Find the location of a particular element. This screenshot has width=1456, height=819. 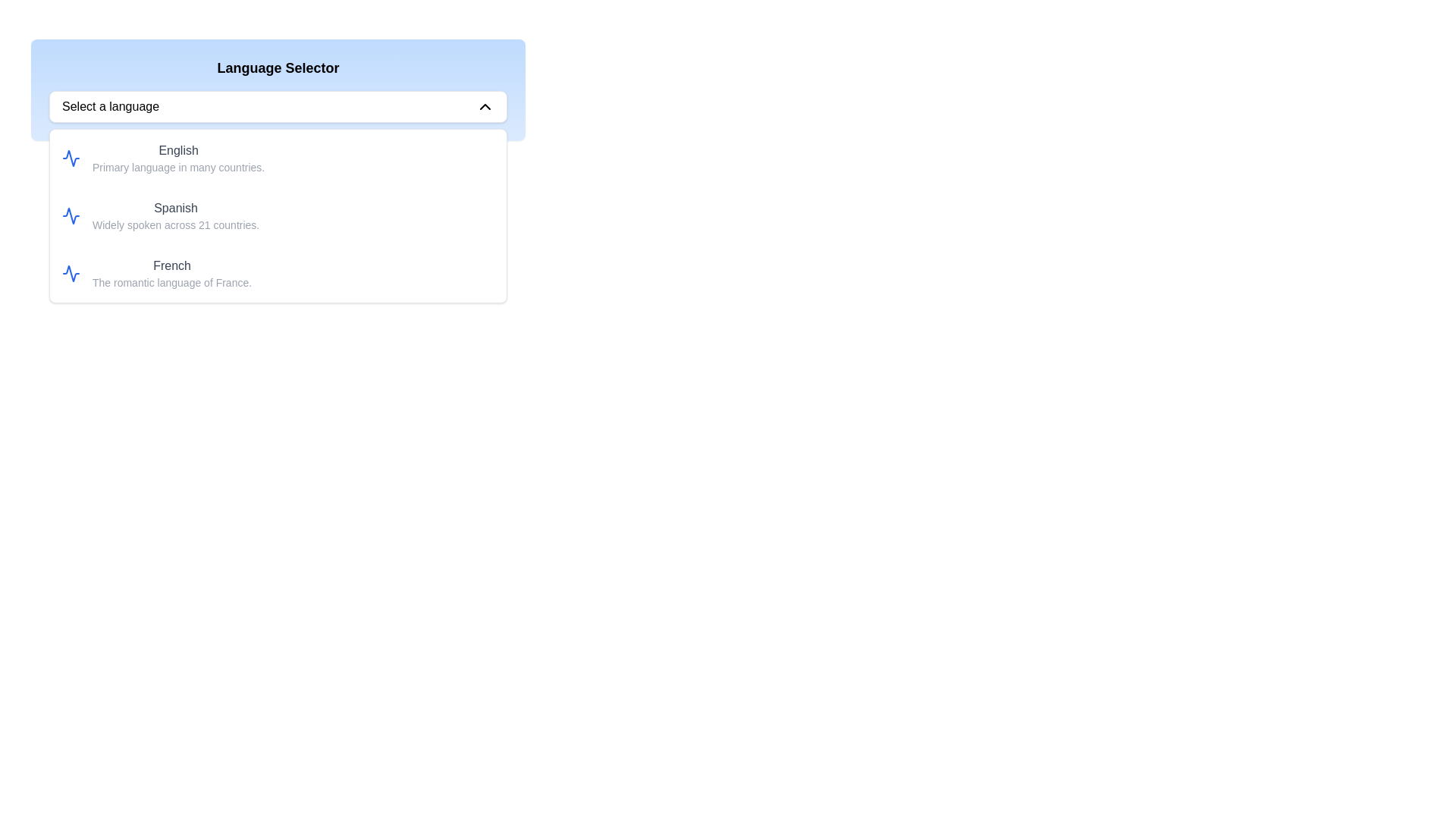

the blue waveform icon next to the 'Spanish' label in the language selector dropdown list is located at coordinates (71, 216).